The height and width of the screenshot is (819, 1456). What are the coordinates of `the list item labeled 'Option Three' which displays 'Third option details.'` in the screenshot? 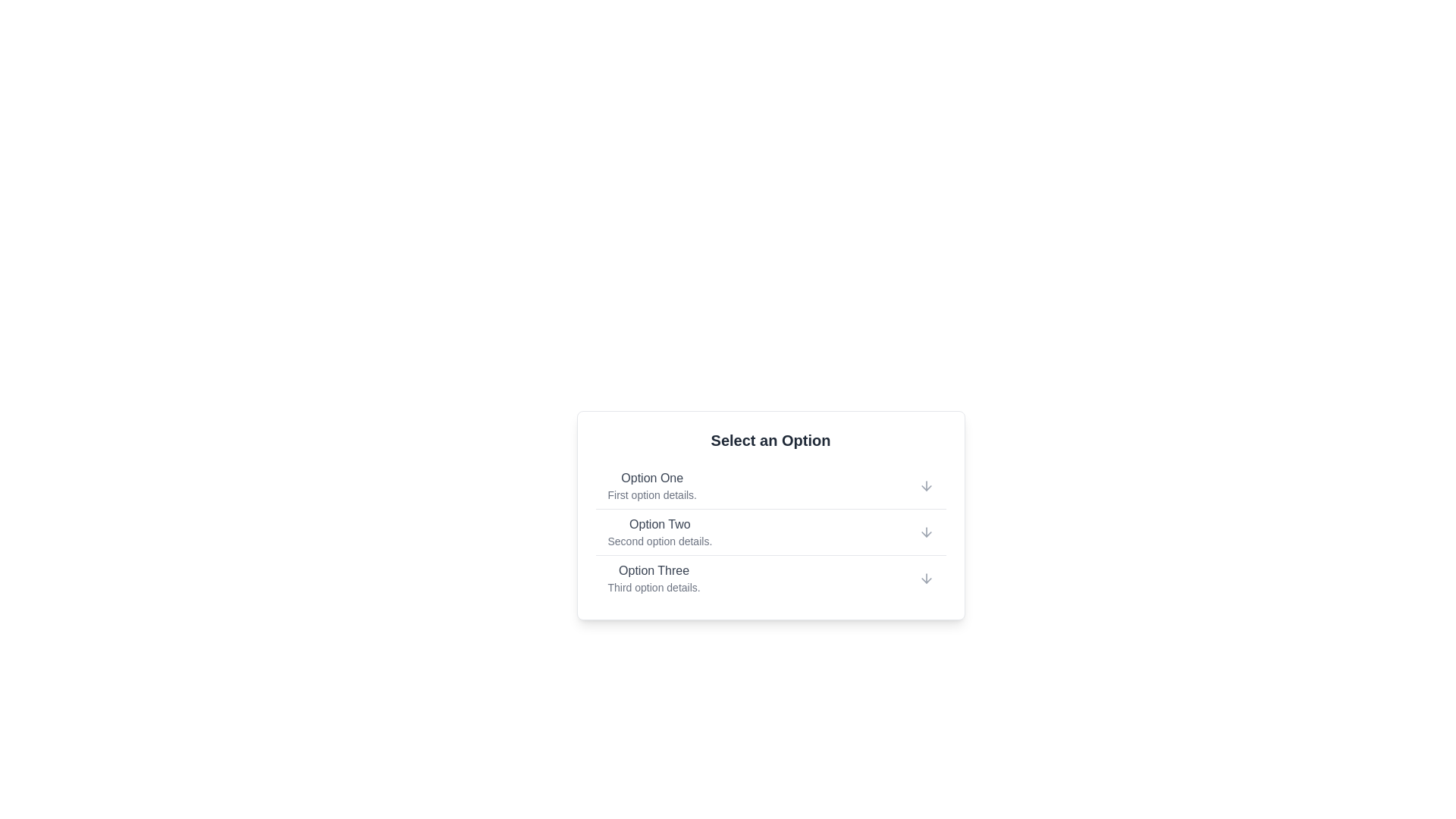 It's located at (770, 578).